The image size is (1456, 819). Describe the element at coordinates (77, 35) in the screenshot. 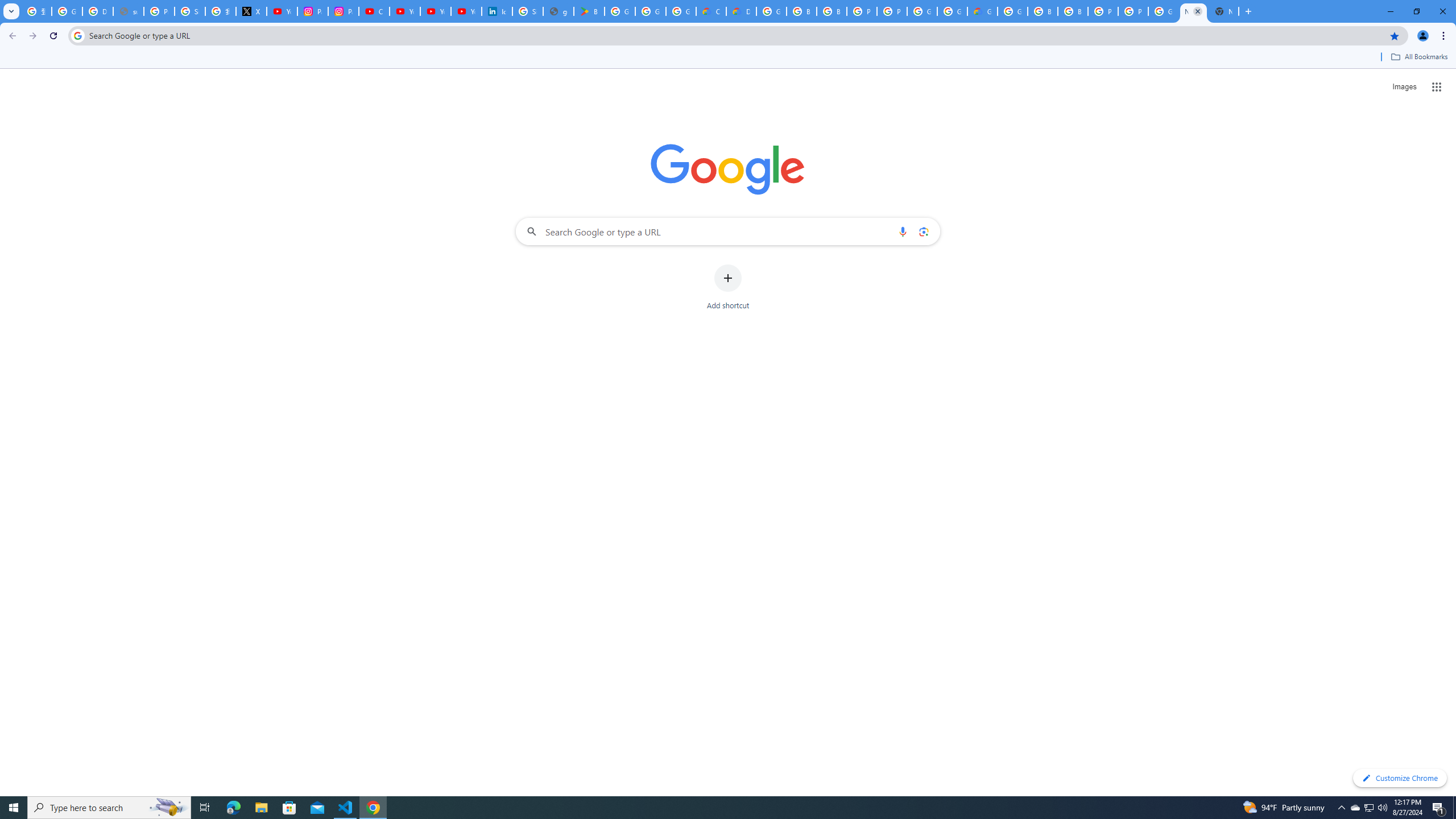

I see `'Search icon'` at that location.